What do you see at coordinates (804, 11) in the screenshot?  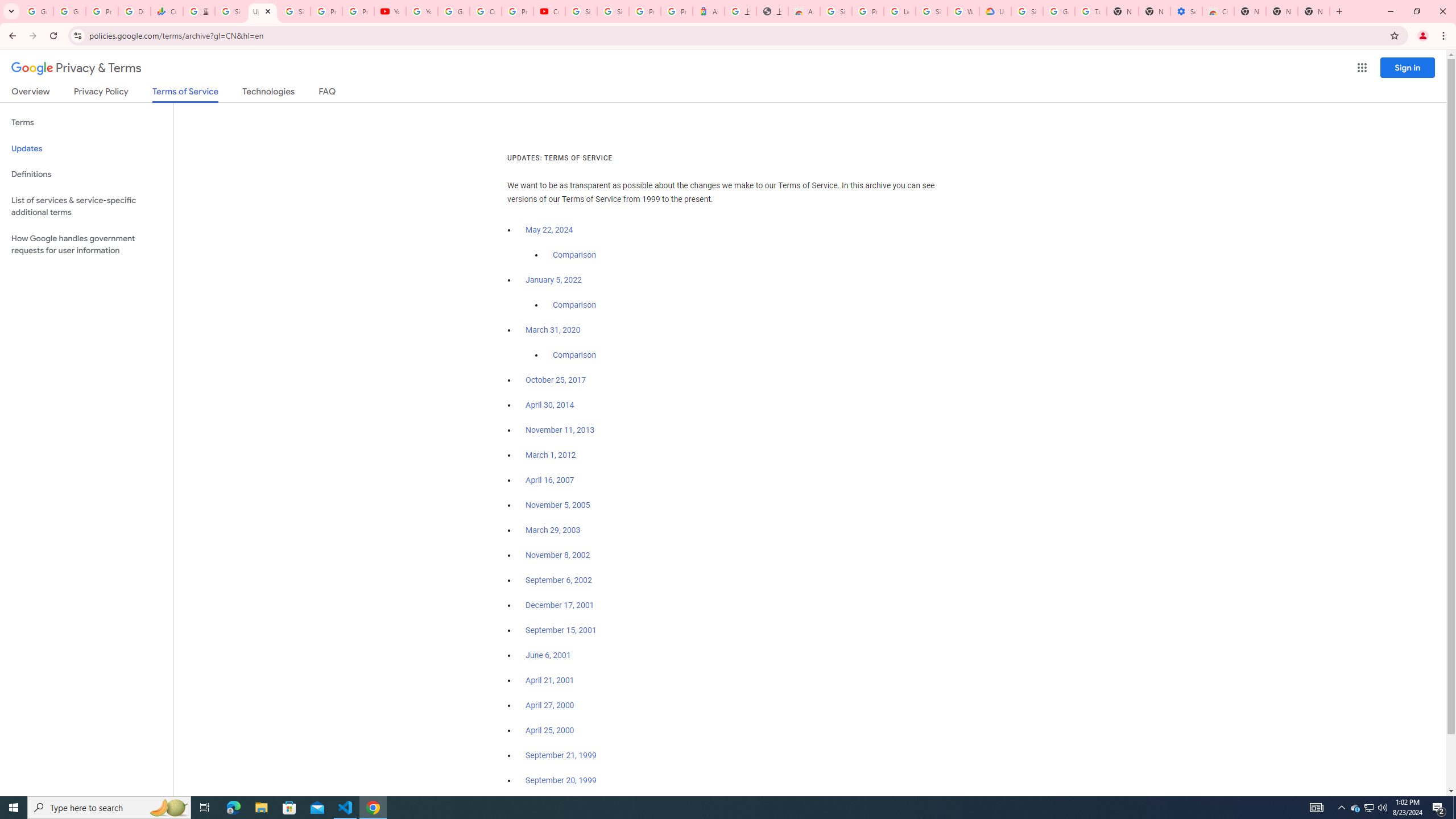 I see `'Awesome Screen Recorder & Screenshot - Chrome Web Store'` at bounding box center [804, 11].